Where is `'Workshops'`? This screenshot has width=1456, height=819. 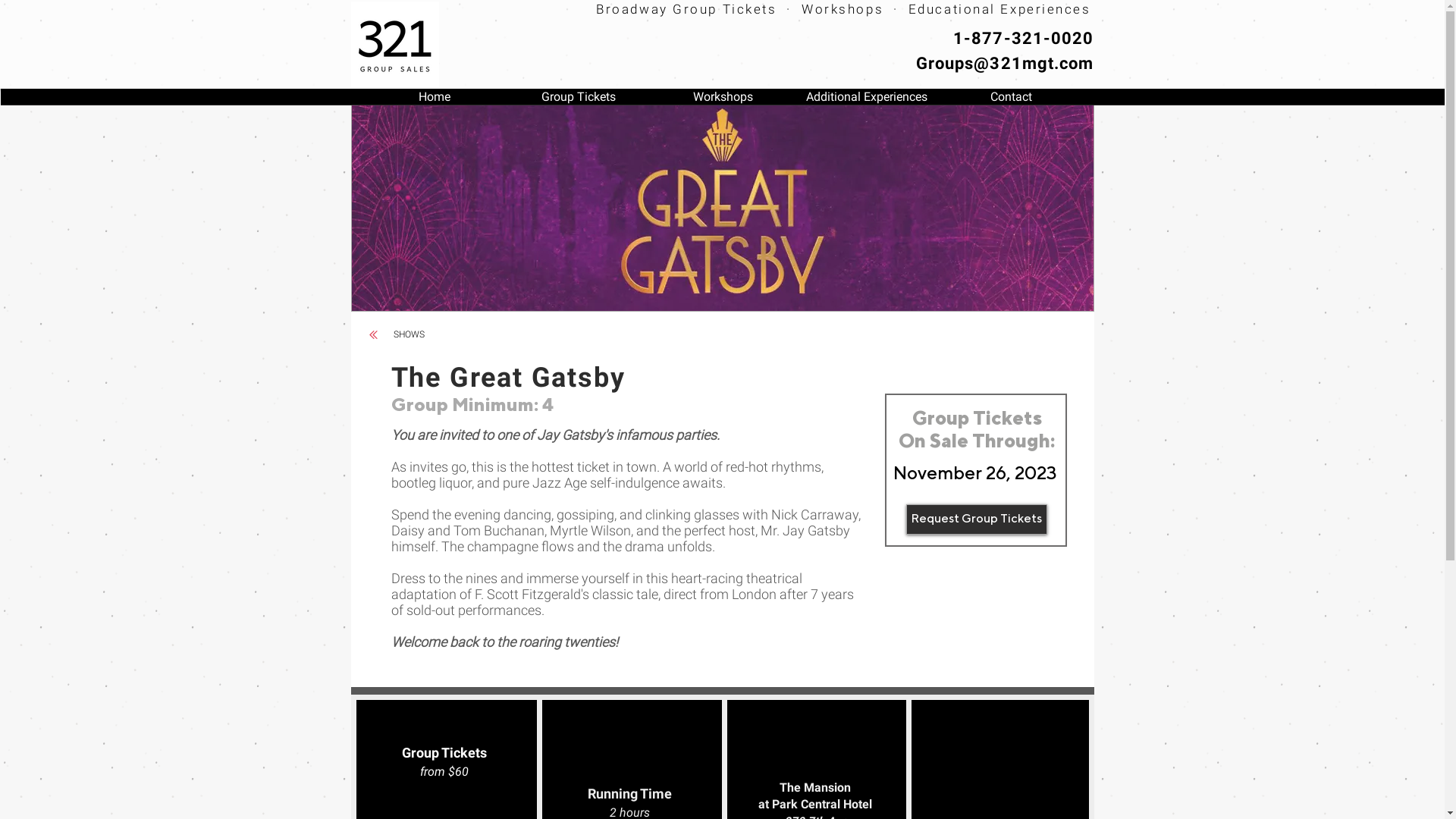
'Workshops' is located at coordinates (722, 102).